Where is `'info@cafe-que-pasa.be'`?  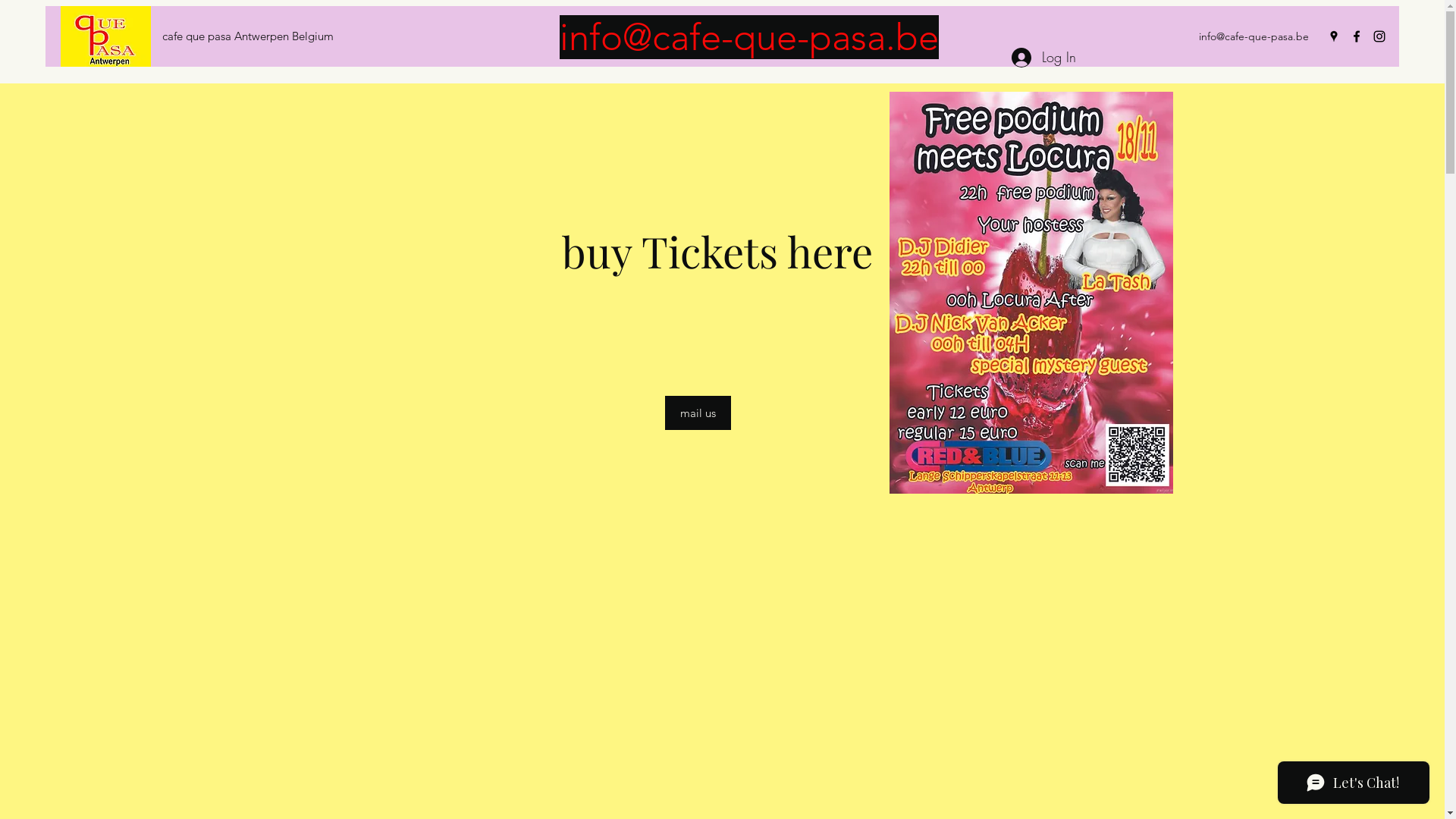 'info@cafe-que-pasa.be' is located at coordinates (1254, 35).